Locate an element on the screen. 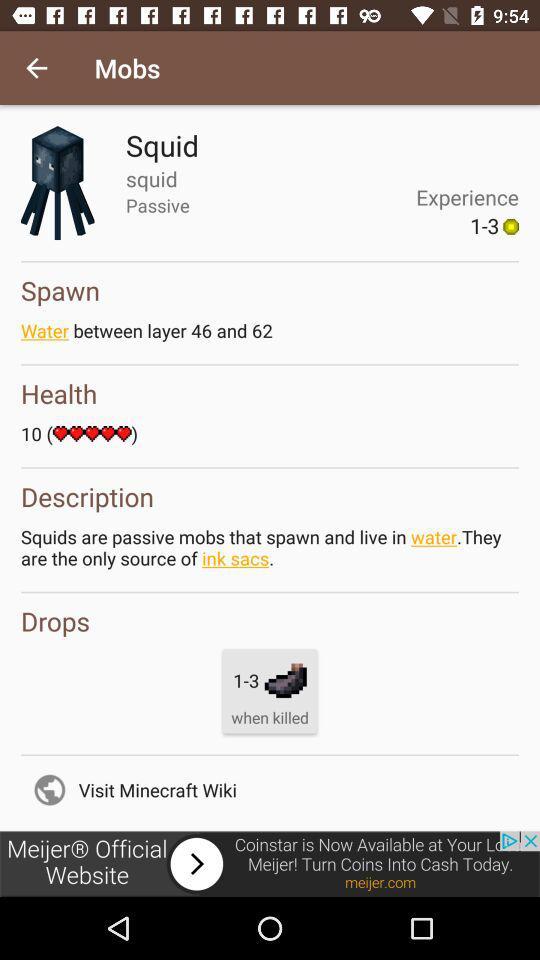  advertisement image is located at coordinates (270, 863).